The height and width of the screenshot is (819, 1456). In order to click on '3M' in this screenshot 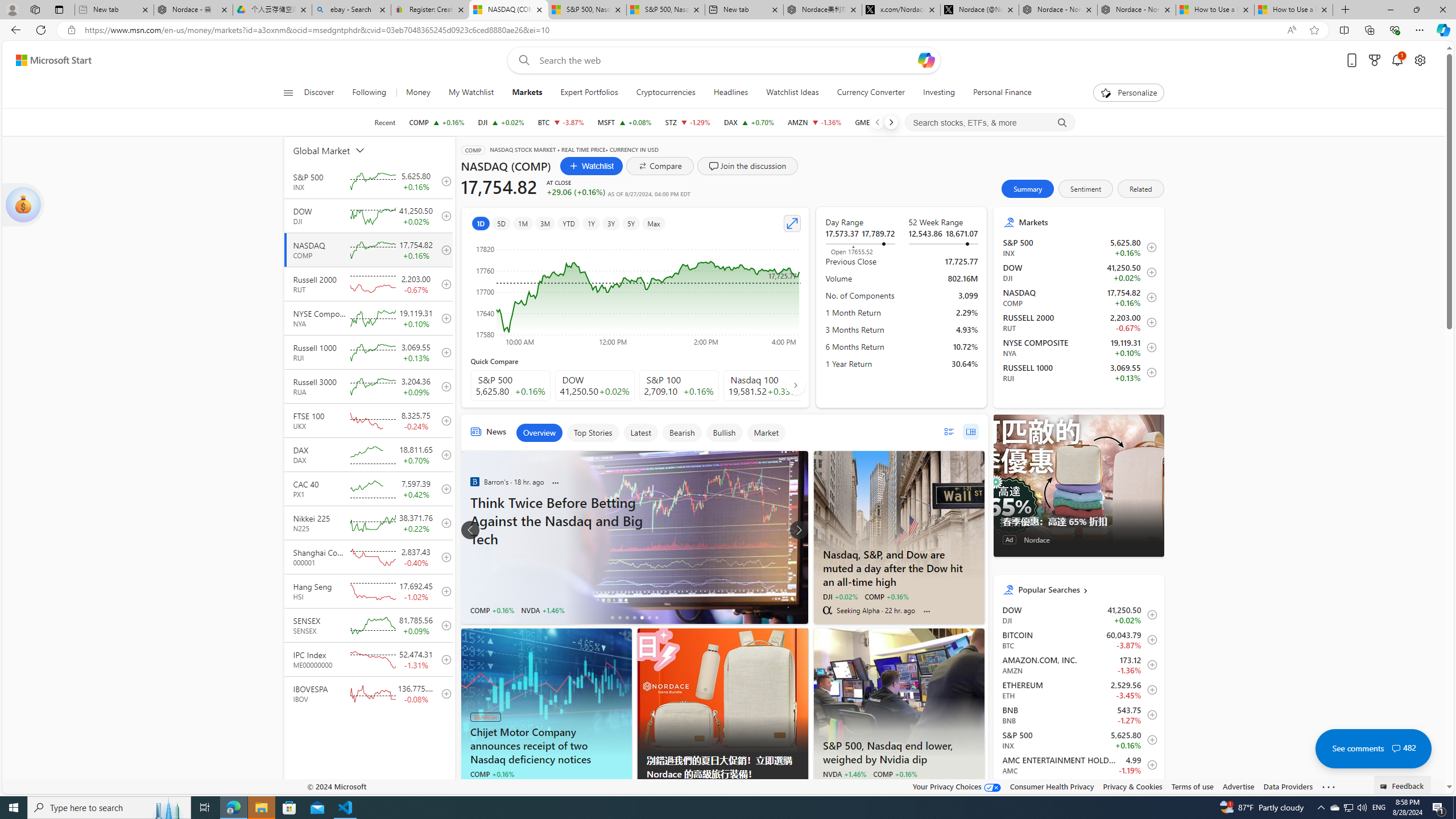, I will do `click(545, 223)`.